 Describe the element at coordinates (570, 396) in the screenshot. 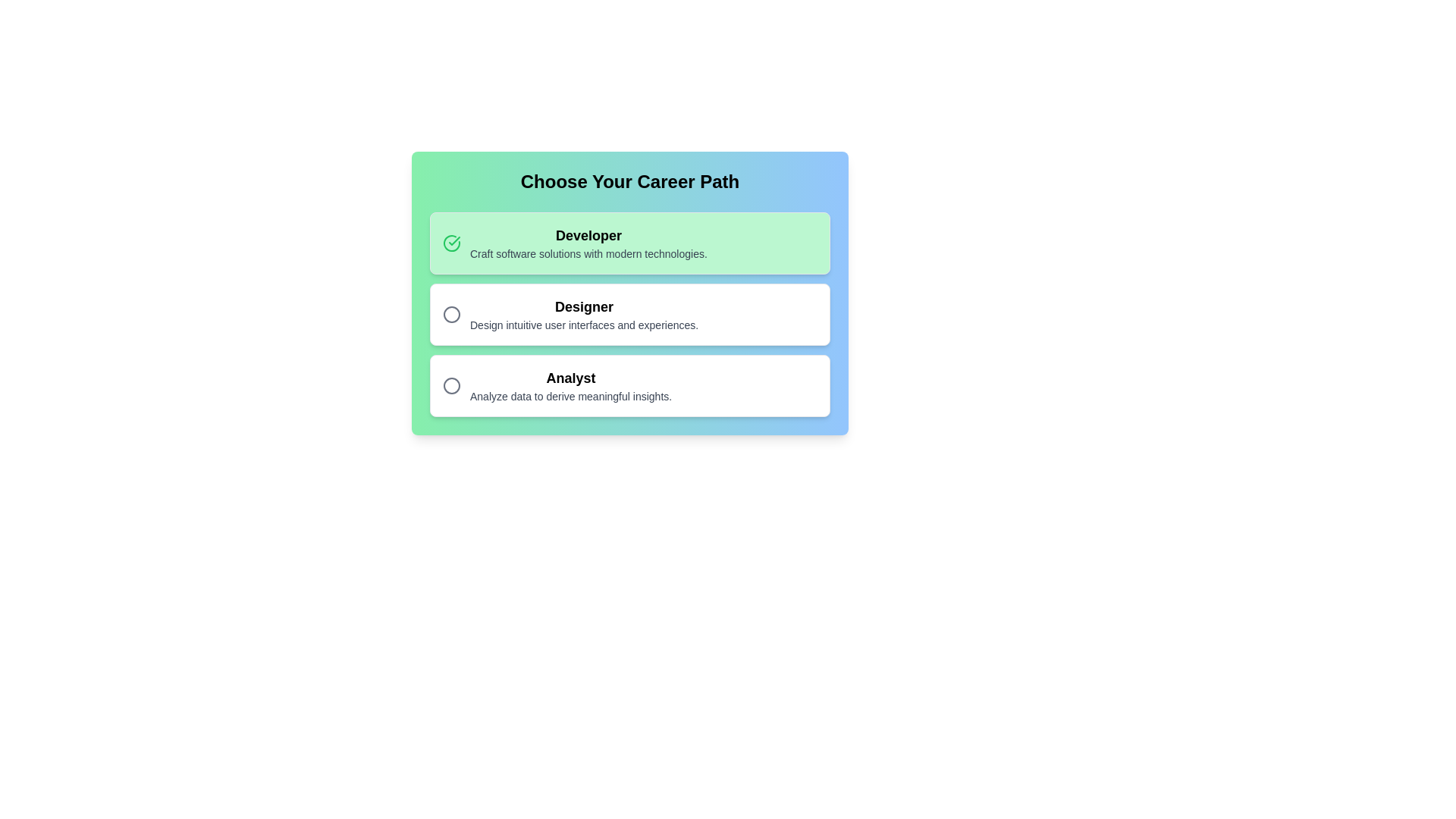

I see `the Text Block element displaying 'Analyze data to derive meaningful insights.' which is located directly below the 'Analyst' label` at that location.